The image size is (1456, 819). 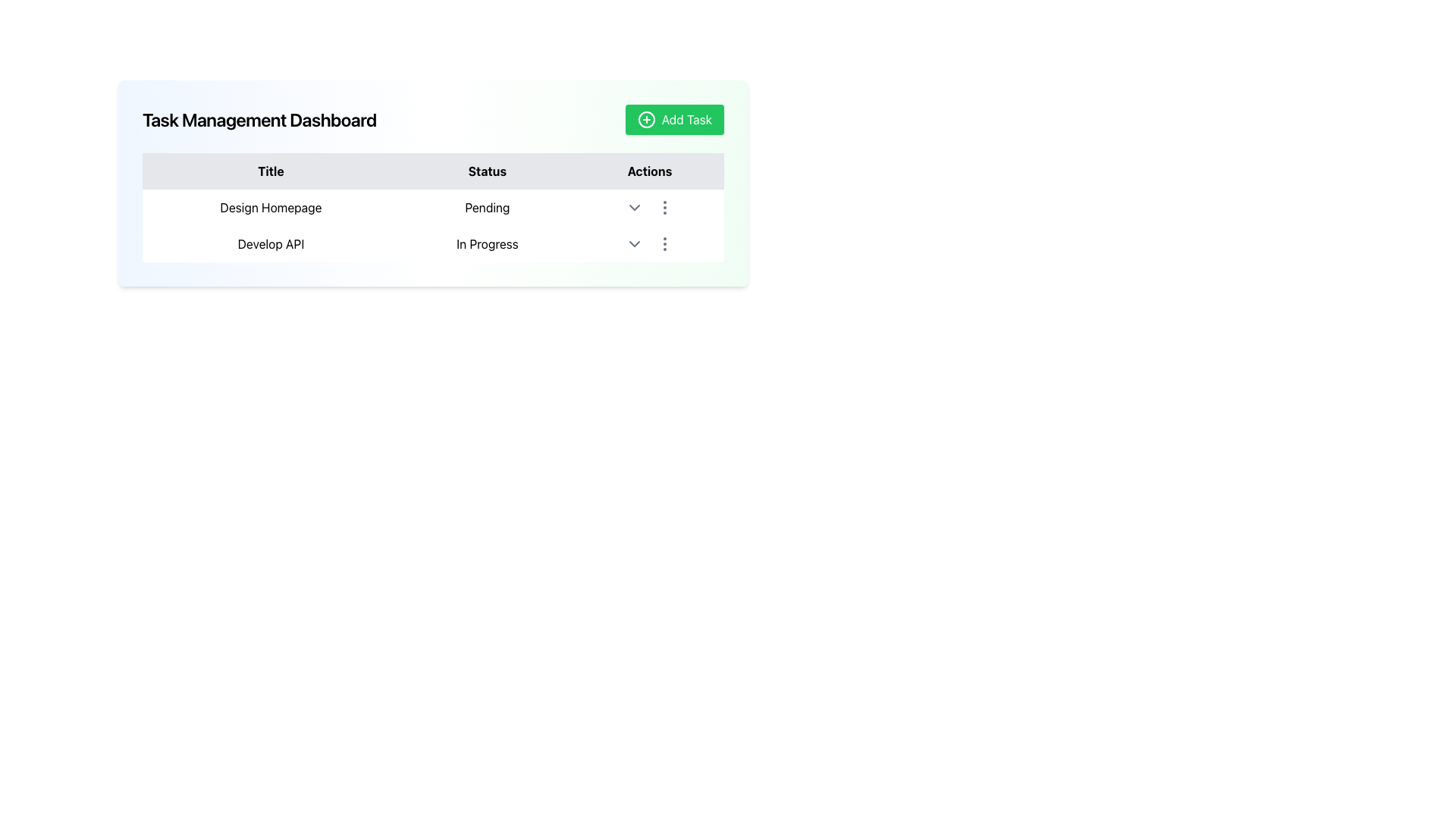 I want to click on the Text Label element that displays 'Task Management Dashboard', which is a prominent header at the top-left section of the interface, so click(x=259, y=119).